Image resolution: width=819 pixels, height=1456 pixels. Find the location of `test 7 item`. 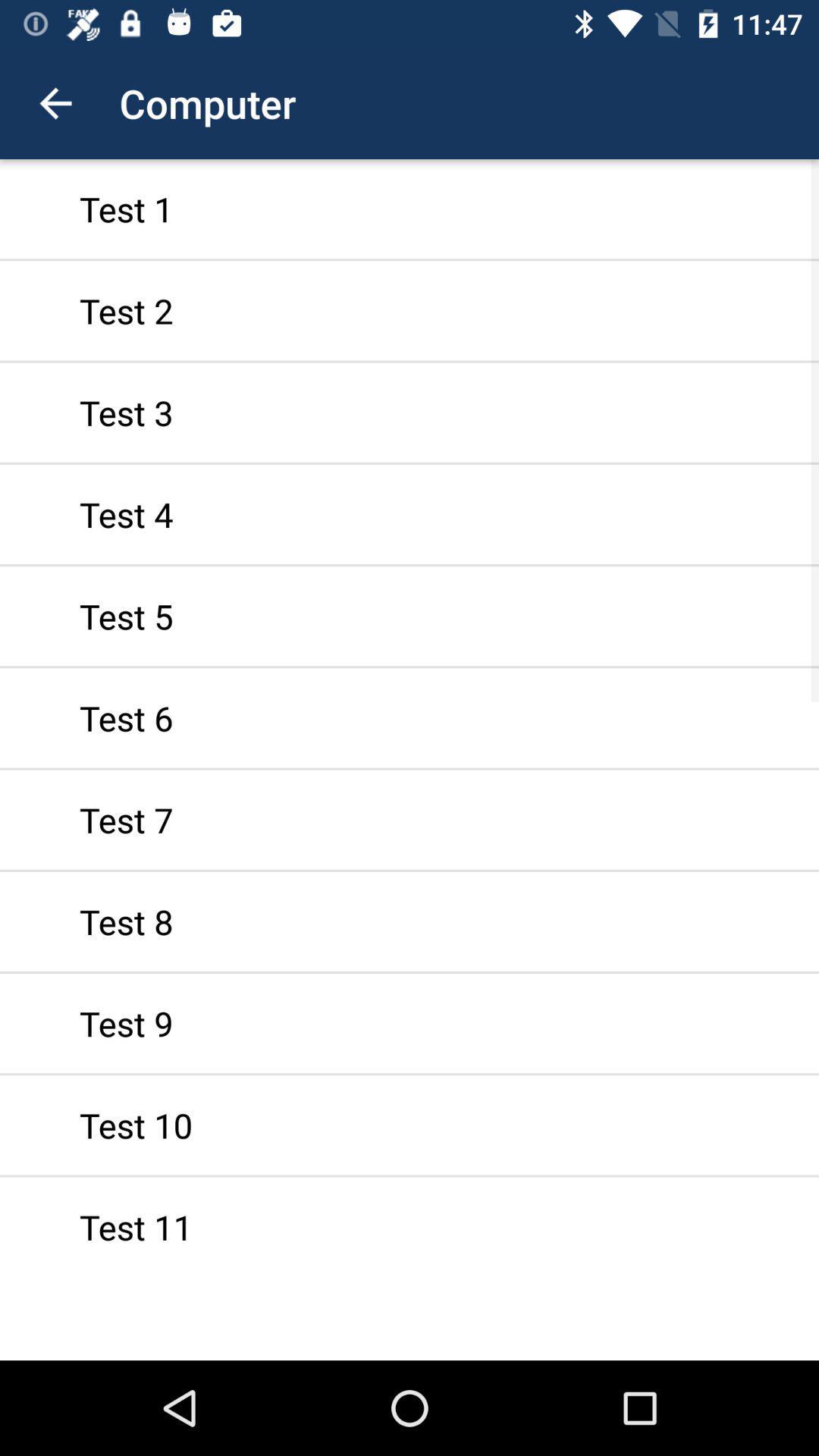

test 7 item is located at coordinates (409, 819).